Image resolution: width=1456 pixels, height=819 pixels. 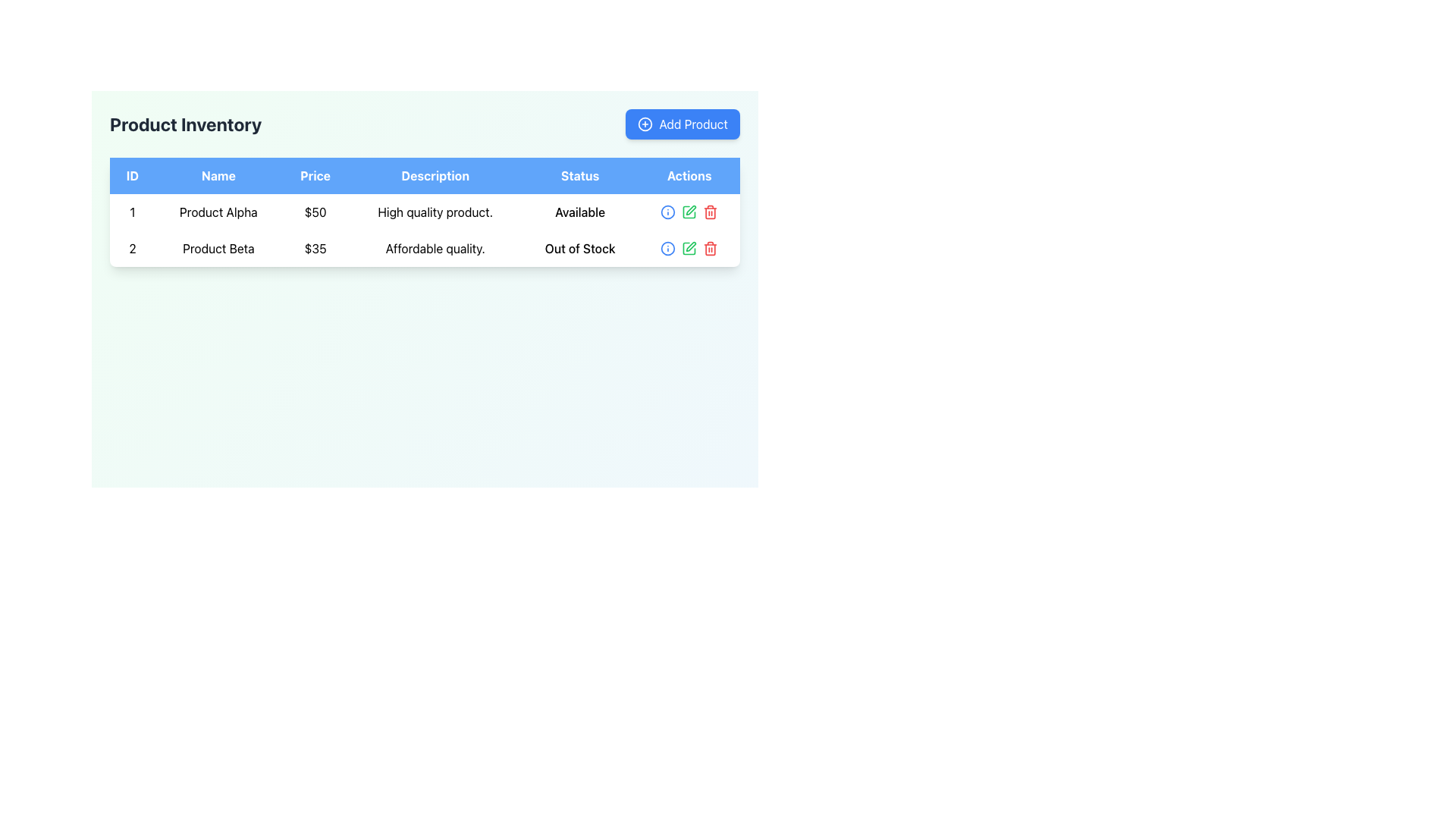 I want to click on the Icon Button located in the middle of the action icons within the 'Actions' column of the first row in the product table under the 'Product Inventory' section to change its color, so click(x=667, y=247).